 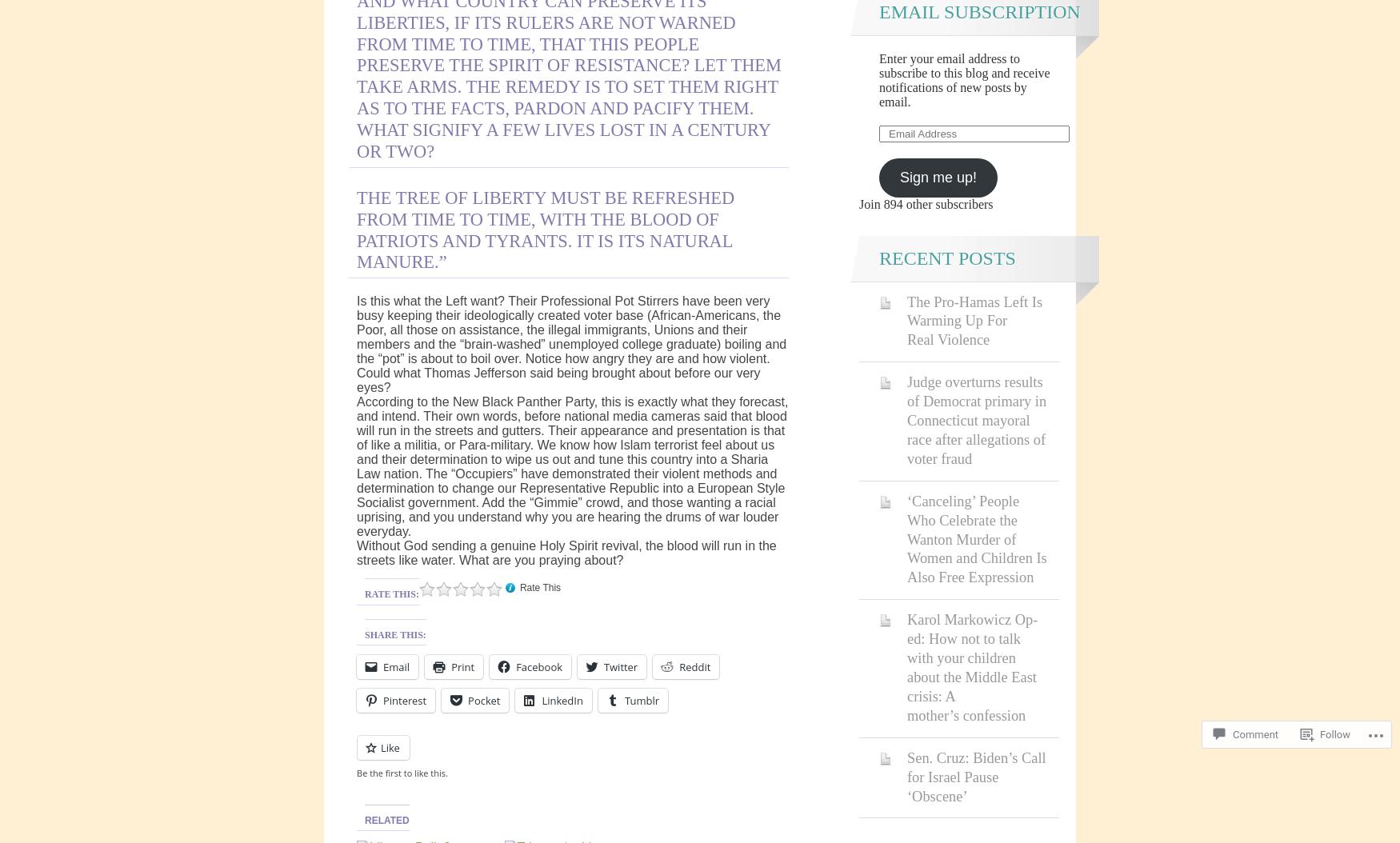 What do you see at coordinates (976, 419) in the screenshot?
I see `'Judge overturns results of Democrat primary in Connecticut mayoral race after allegations of voter fraud'` at bounding box center [976, 419].